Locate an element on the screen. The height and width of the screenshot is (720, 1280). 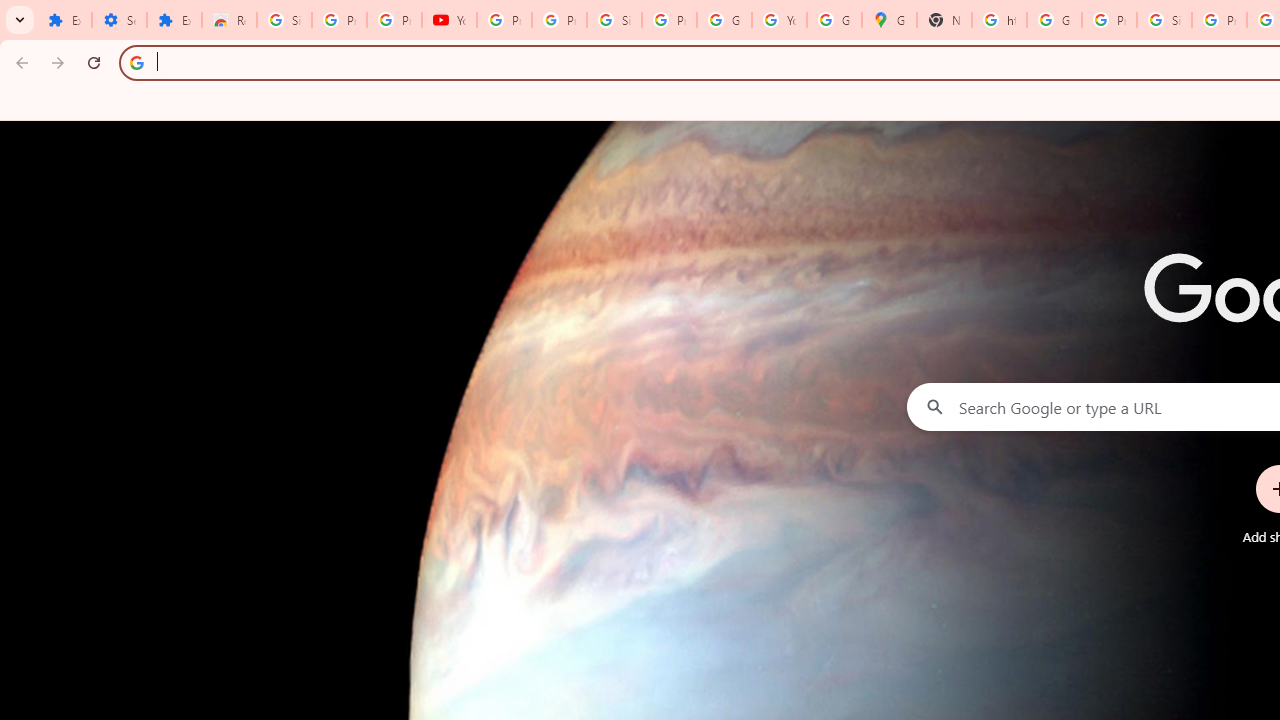
'https://scholar.google.com/' is located at coordinates (999, 20).